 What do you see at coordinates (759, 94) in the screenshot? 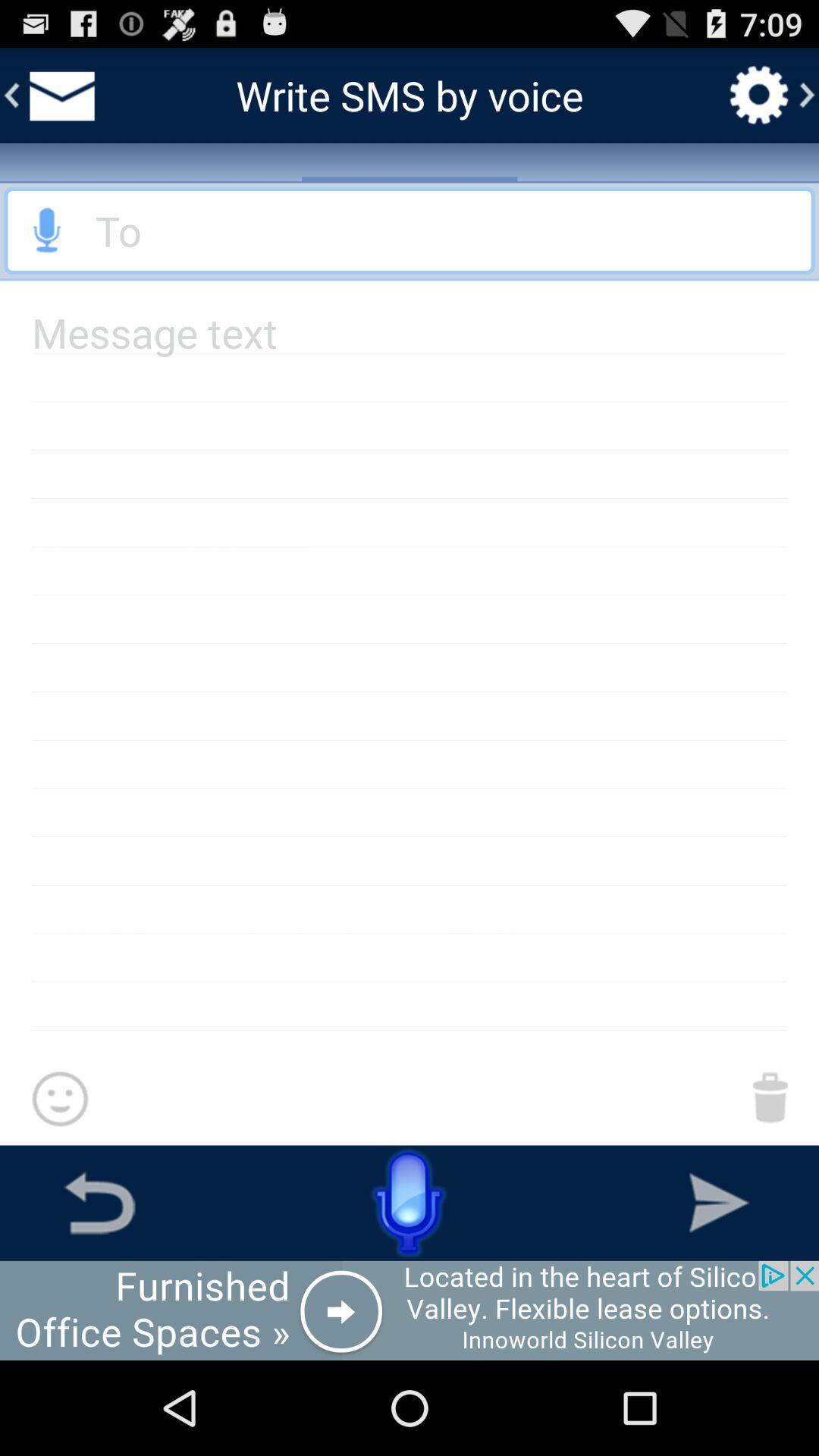
I see `settings` at bounding box center [759, 94].